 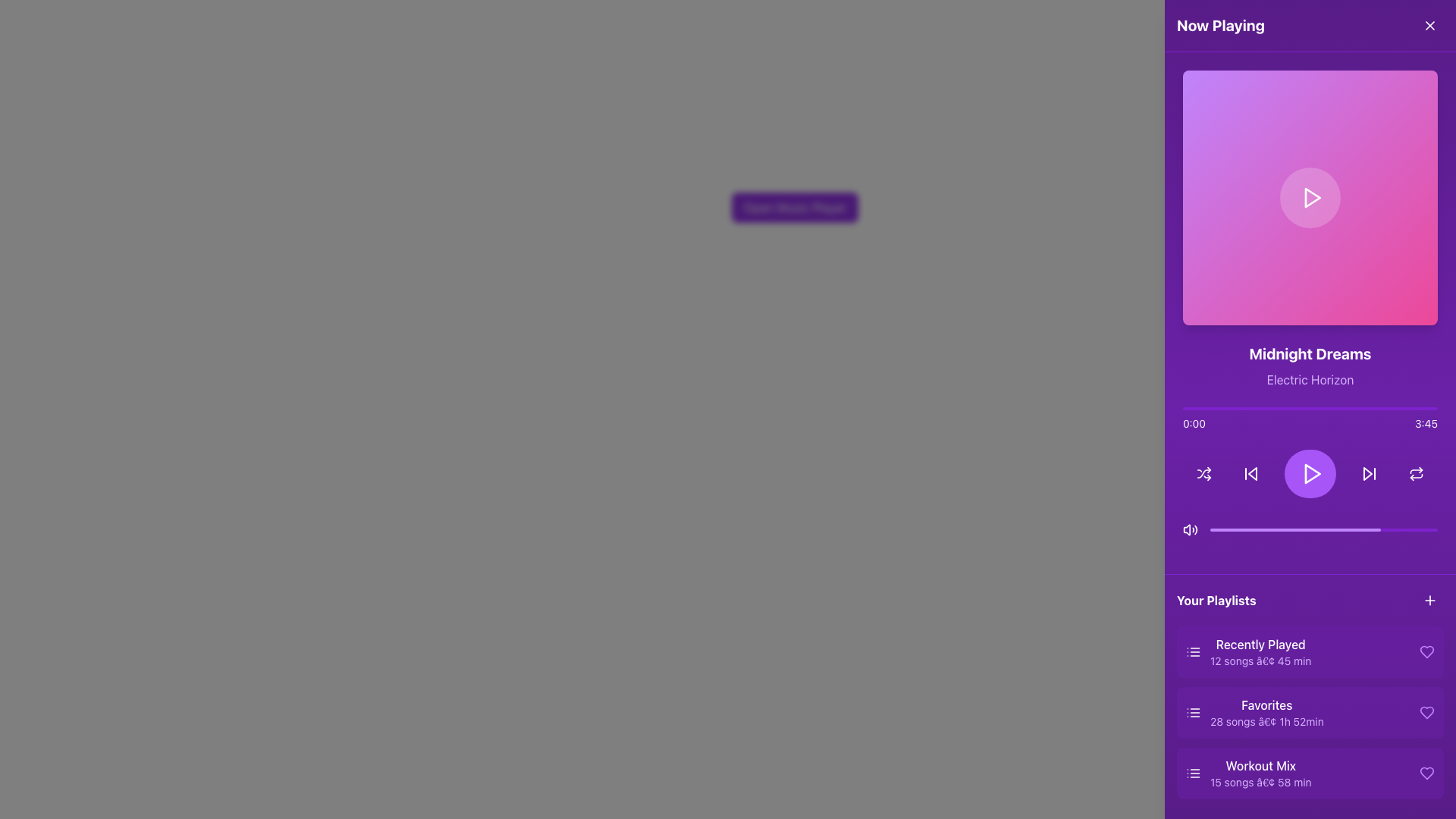 I want to click on the circular button with a white cross icon in the center, located in the top-right corner of the 'Now Playing' section header, so click(x=1429, y=26).